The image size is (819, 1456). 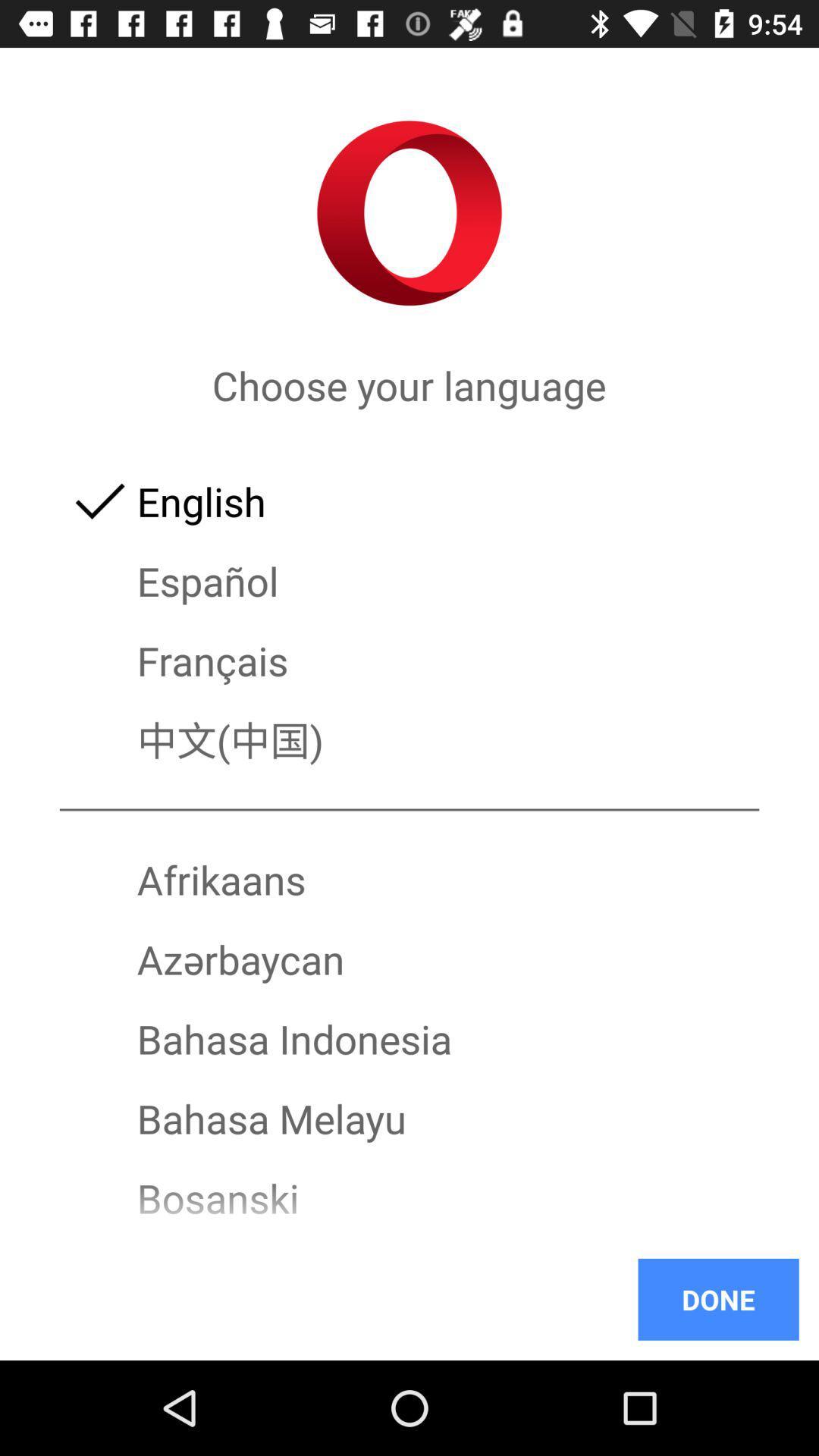 I want to click on the bahasa melayu item, so click(x=409, y=1119).